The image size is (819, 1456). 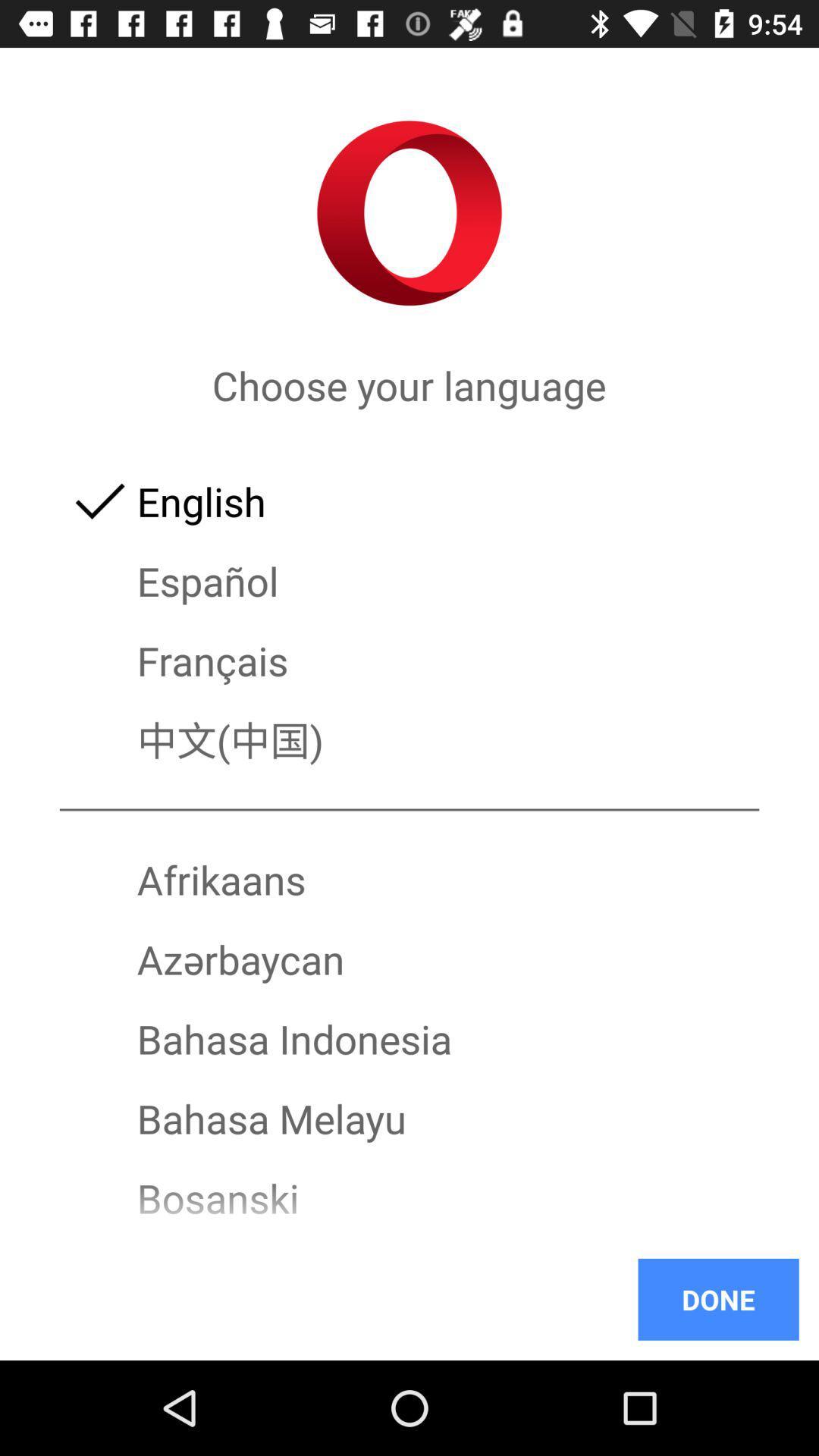 I want to click on the bahasa melayu item, so click(x=409, y=1119).